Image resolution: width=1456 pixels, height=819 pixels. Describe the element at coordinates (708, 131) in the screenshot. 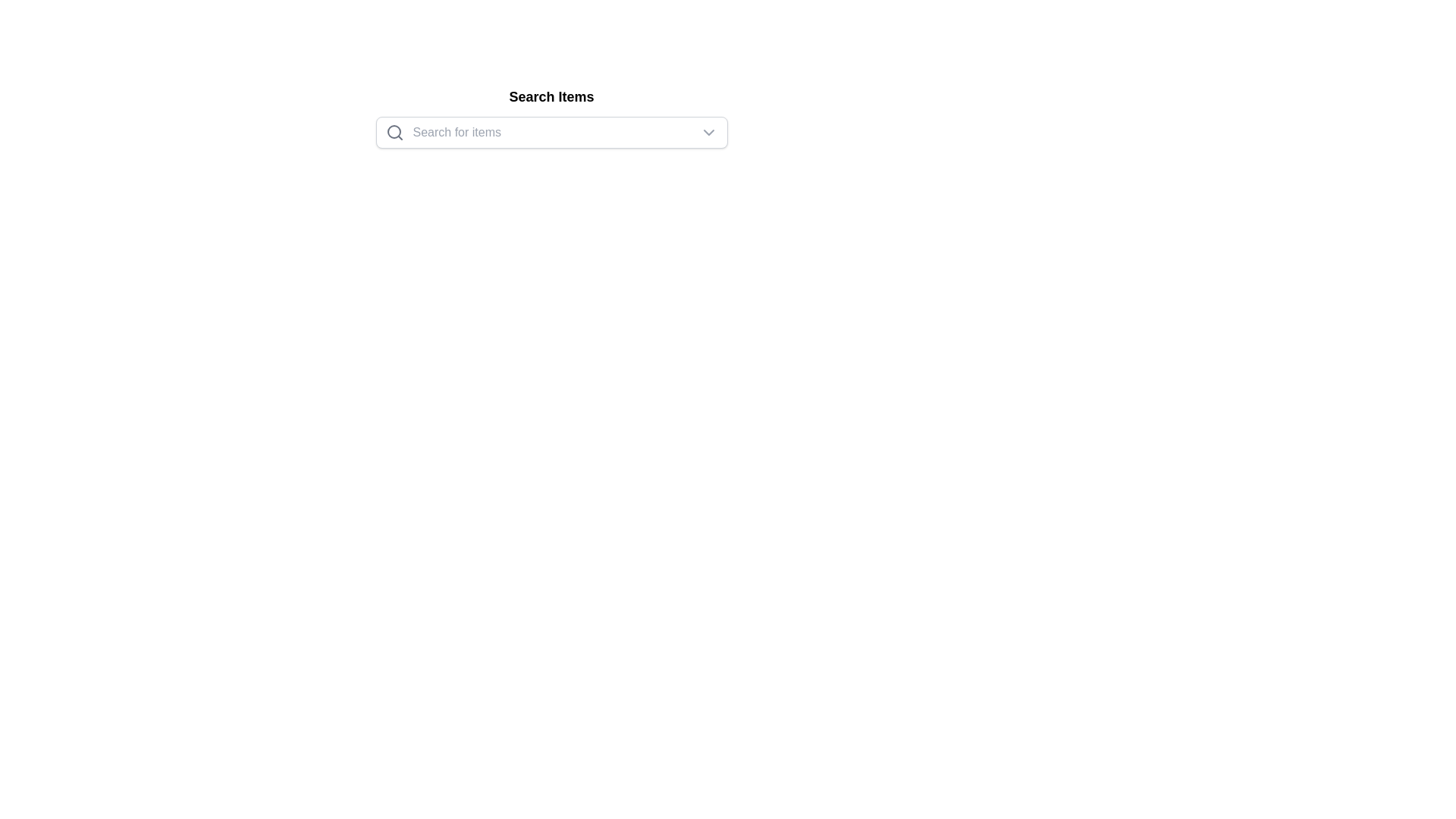

I see `the downward-pointing chevron icon at the right end of the search bar` at that location.